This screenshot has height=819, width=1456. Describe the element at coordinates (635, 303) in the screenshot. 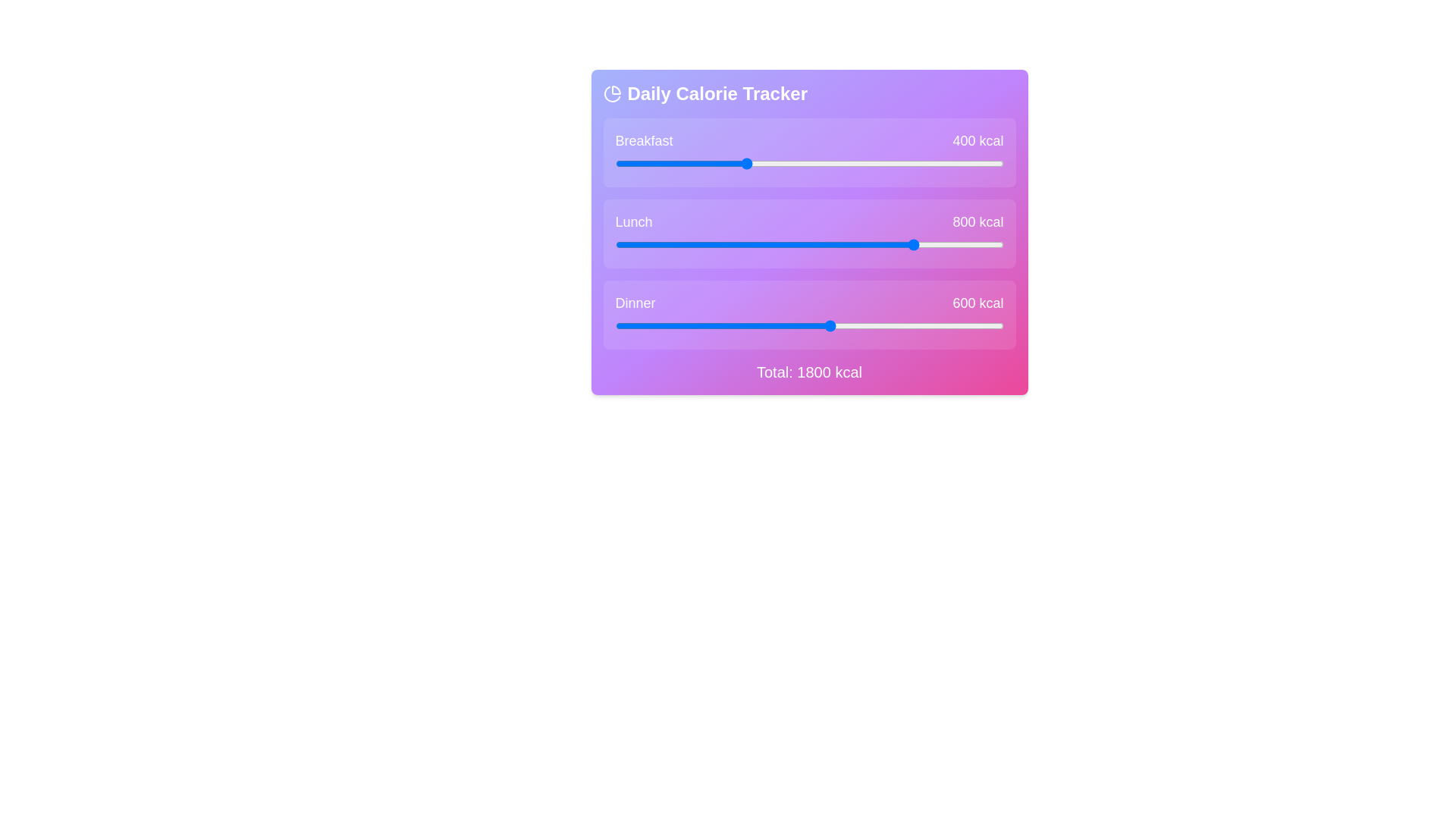

I see `the Text Label that categorizes the meal entry, specifically the label displaying 'dinner600 kcal', located within the 'Daily Calorie Tracker' section` at that location.